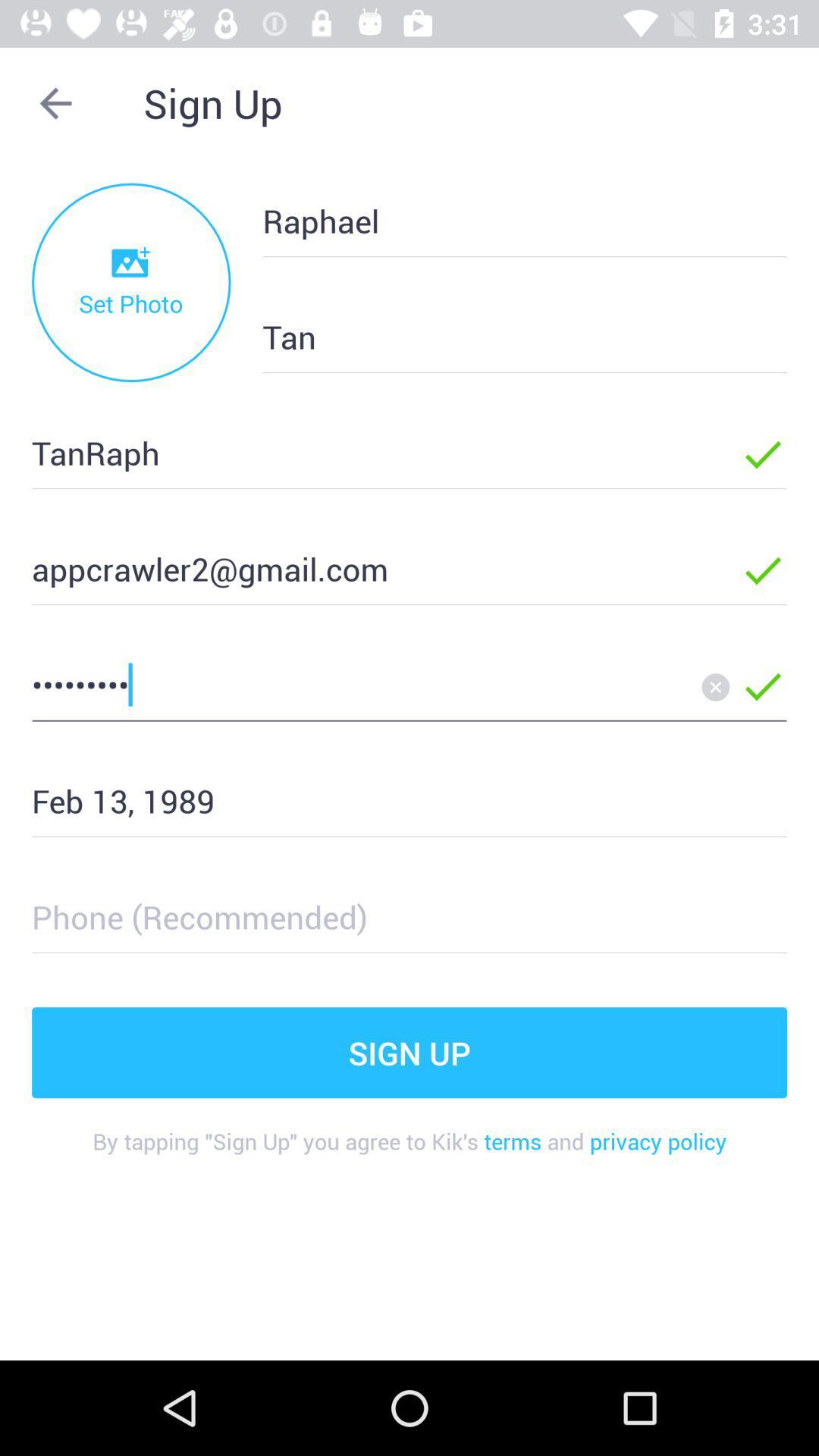 This screenshot has height=1456, width=819. Describe the element at coordinates (763, 686) in the screenshot. I see `the check icon` at that location.